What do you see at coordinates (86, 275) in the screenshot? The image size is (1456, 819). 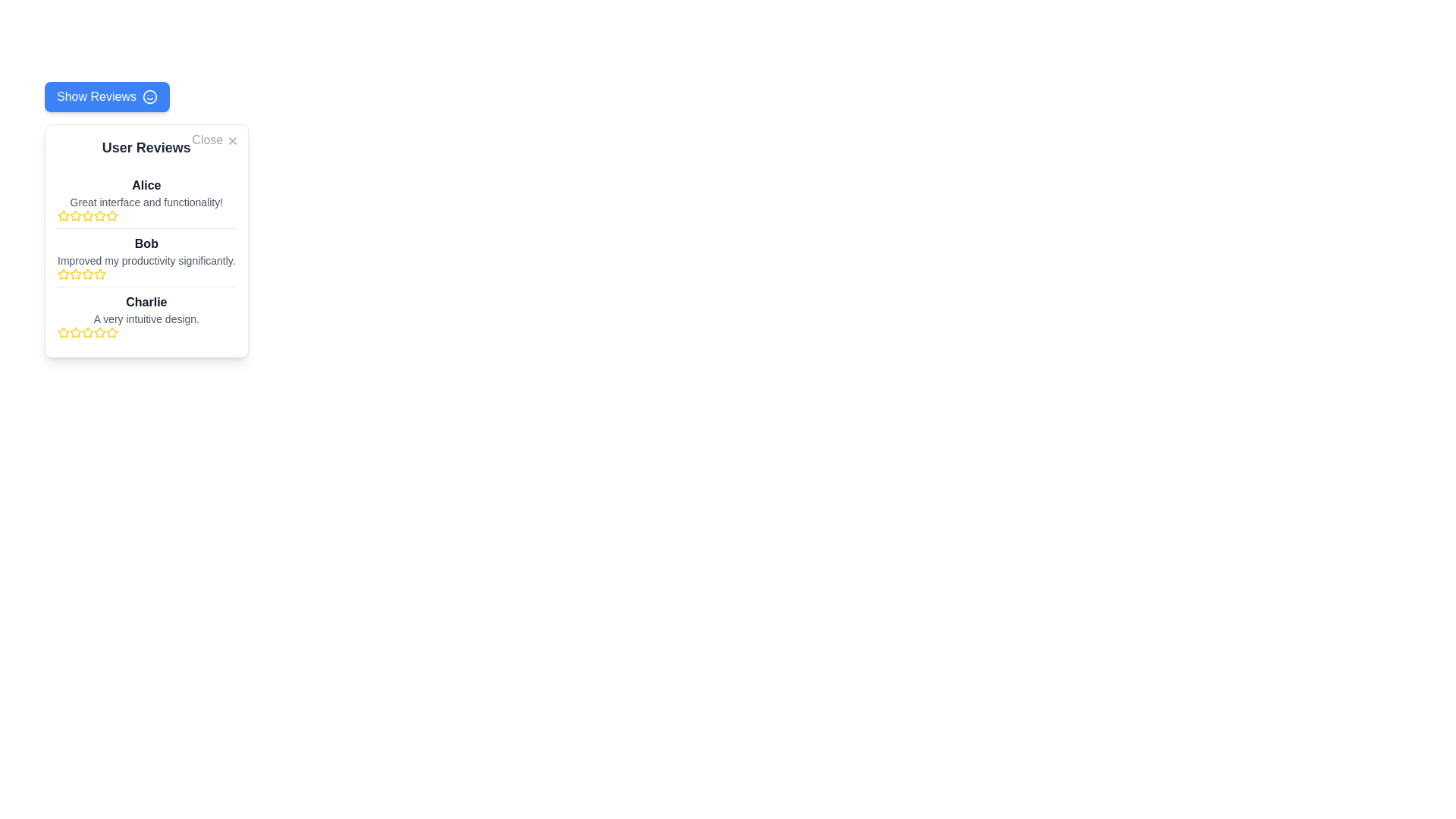 I see `the fourth yellow Rating Star Icon in the User Reviews section beneath the text 'Improved my productivity significantly.'` at bounding box center [86, 275].